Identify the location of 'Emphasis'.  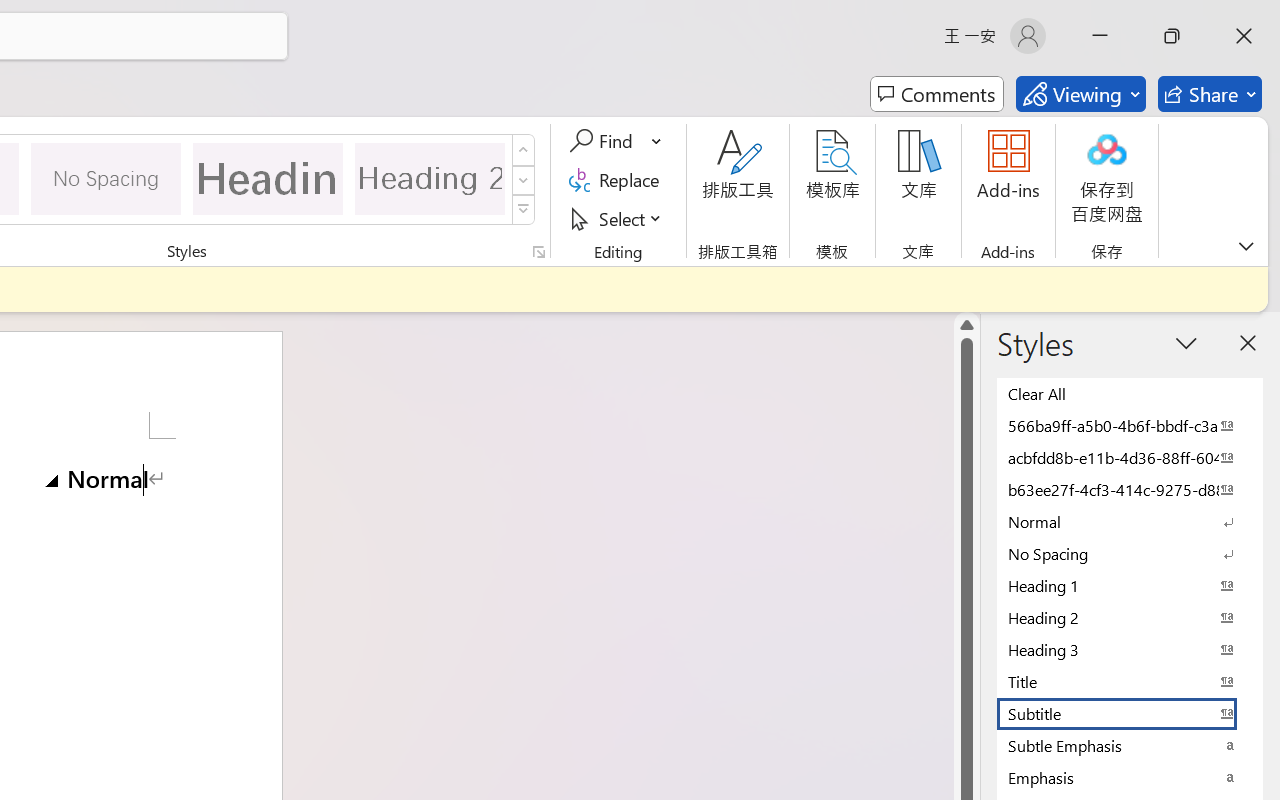
(1130, 776).